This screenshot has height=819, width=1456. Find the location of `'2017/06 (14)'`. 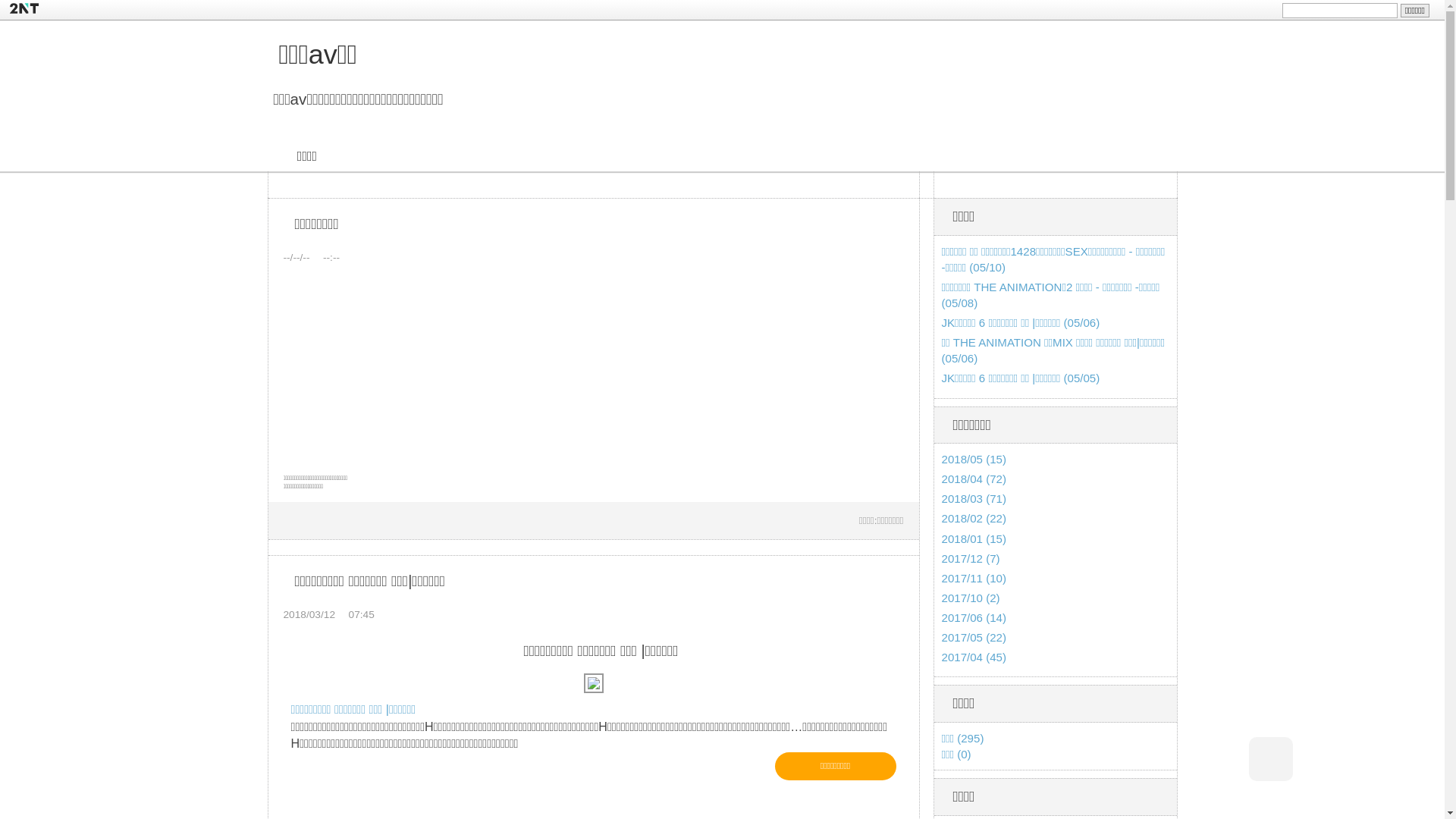

'2017/06 (14)' is located at coordinates (974, 617).